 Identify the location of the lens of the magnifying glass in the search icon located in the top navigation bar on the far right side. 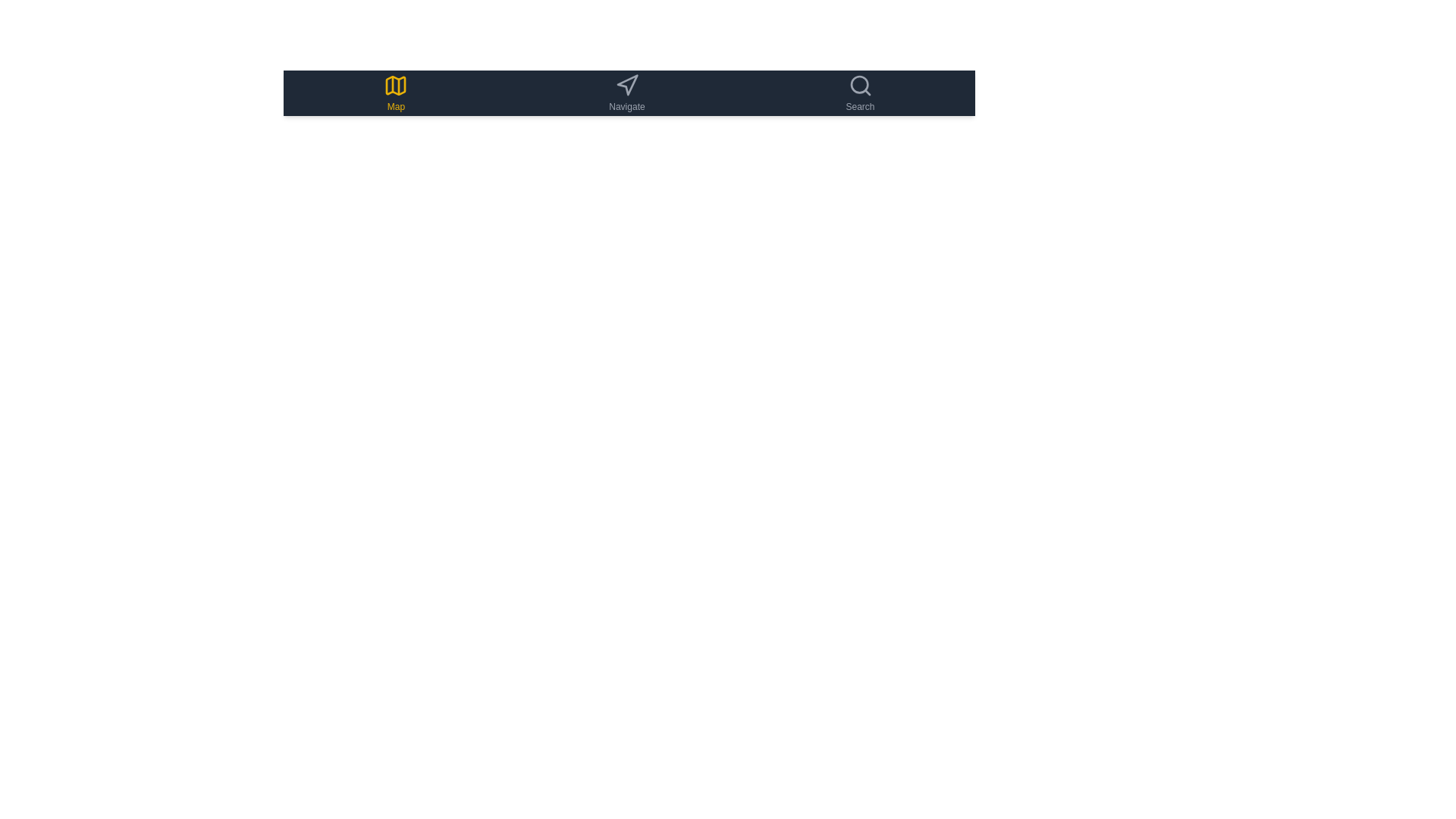
(859, 84).